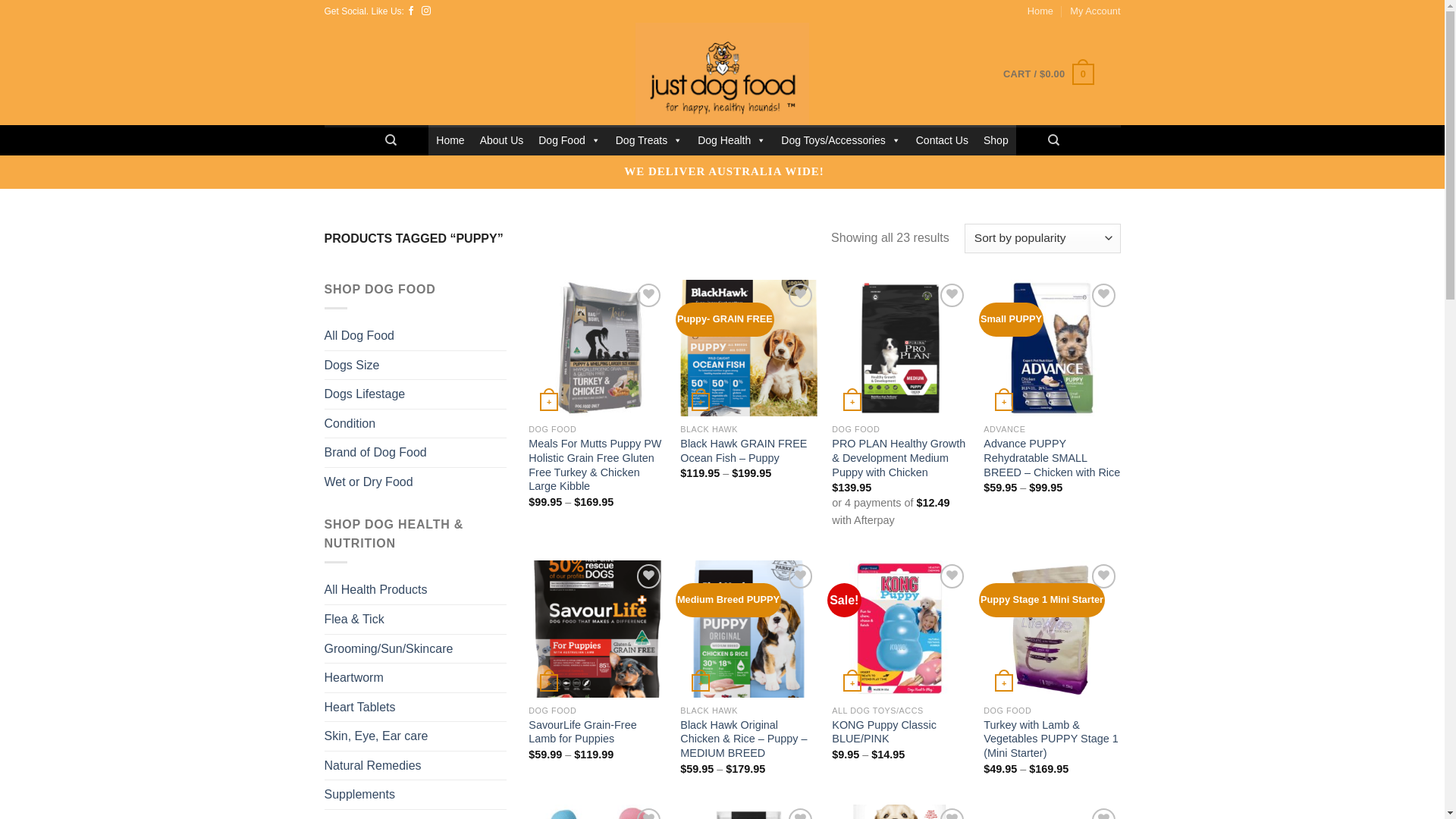 This screenshot has width=1456, height=819. I want to click on 'All Health Products', so click(375, 589).